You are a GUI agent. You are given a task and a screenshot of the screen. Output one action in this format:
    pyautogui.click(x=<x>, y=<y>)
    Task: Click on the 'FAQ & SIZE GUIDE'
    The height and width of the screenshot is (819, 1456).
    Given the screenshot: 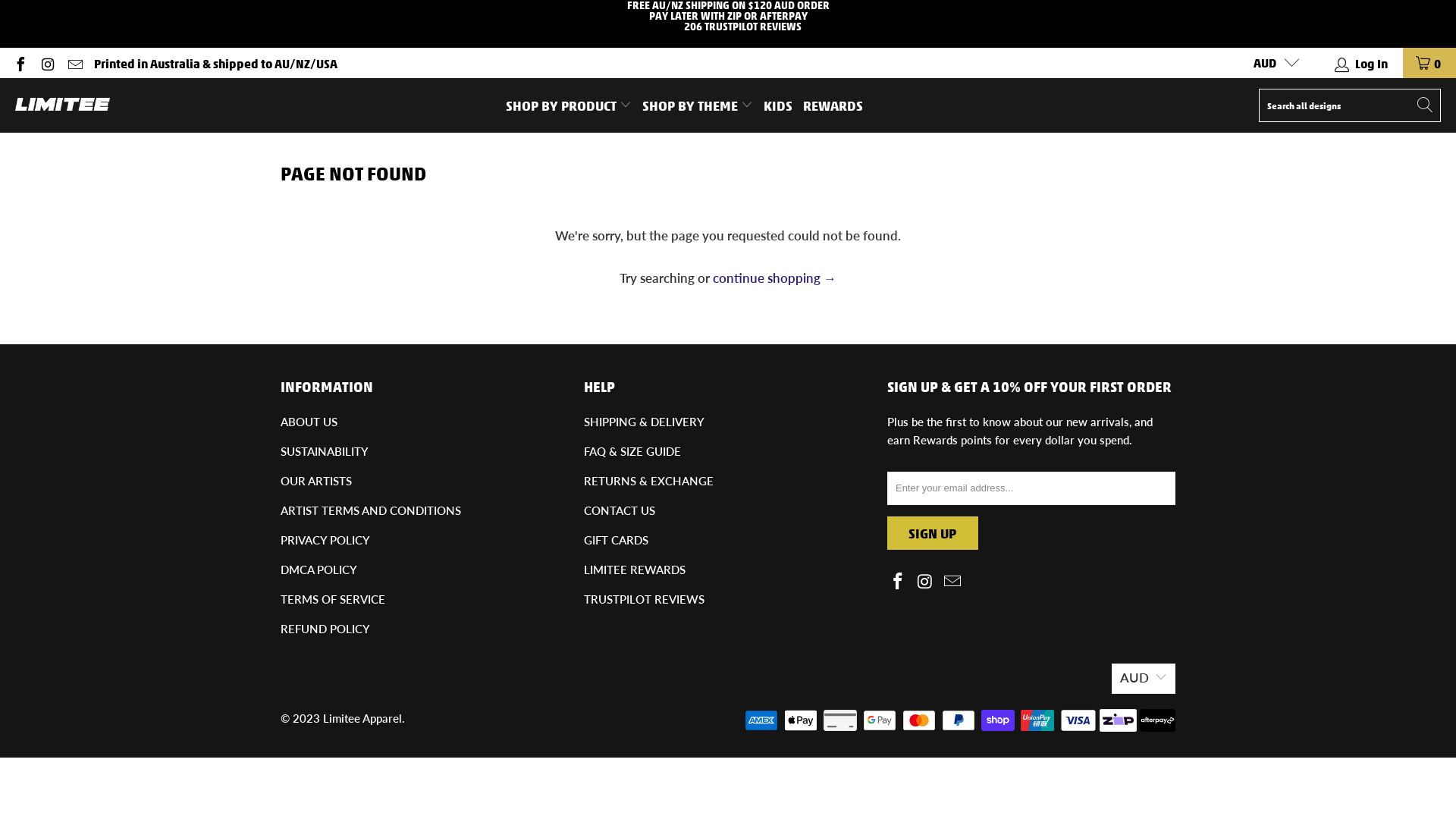 What is the action you would take?
    pyautogui.click(x=632, y=450)
    